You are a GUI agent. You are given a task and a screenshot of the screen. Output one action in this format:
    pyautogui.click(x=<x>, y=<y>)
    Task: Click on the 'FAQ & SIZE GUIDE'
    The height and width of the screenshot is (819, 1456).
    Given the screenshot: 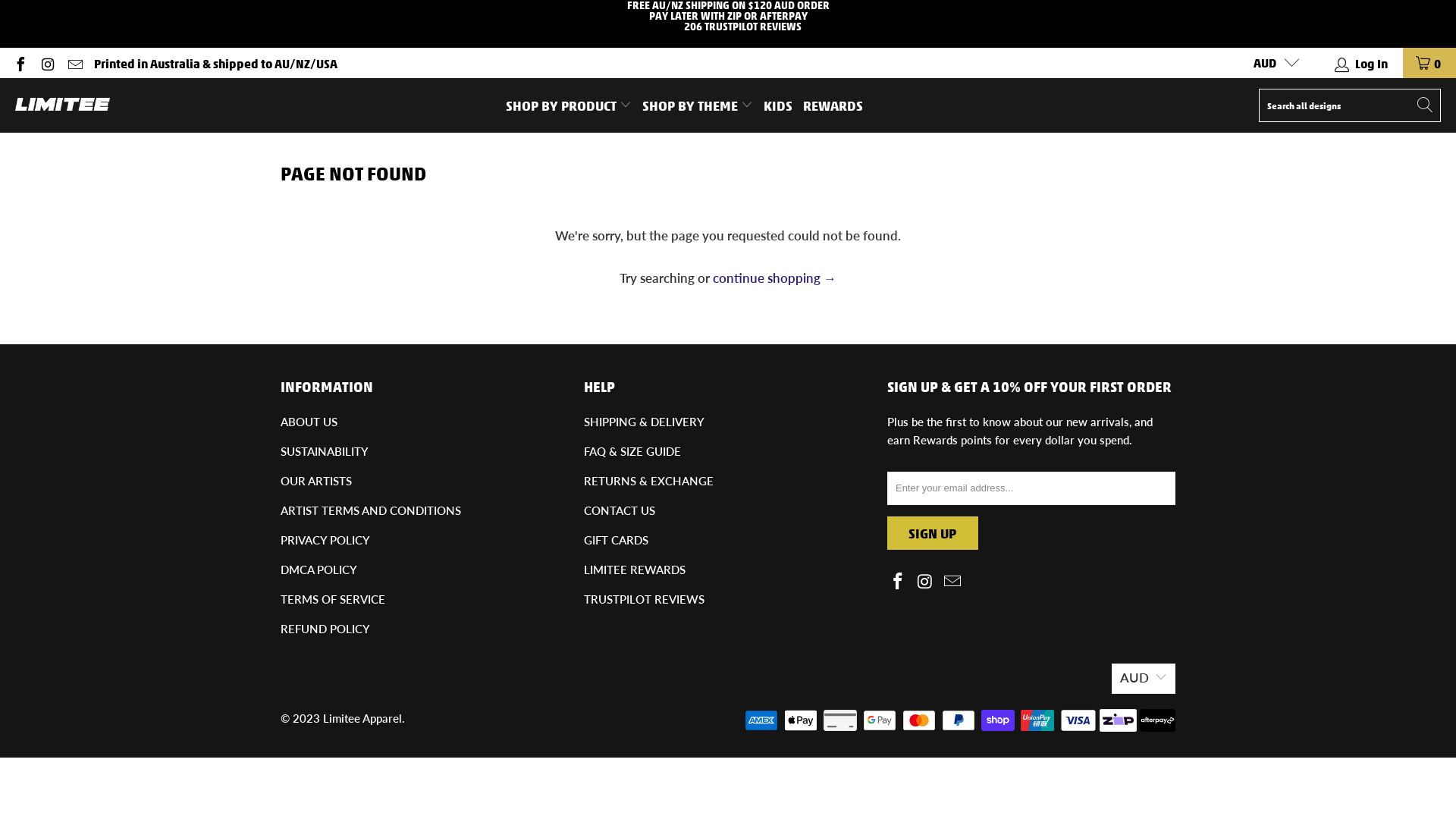 What is the action you would take?
    pyautogui.click(x=632, y=450)
    